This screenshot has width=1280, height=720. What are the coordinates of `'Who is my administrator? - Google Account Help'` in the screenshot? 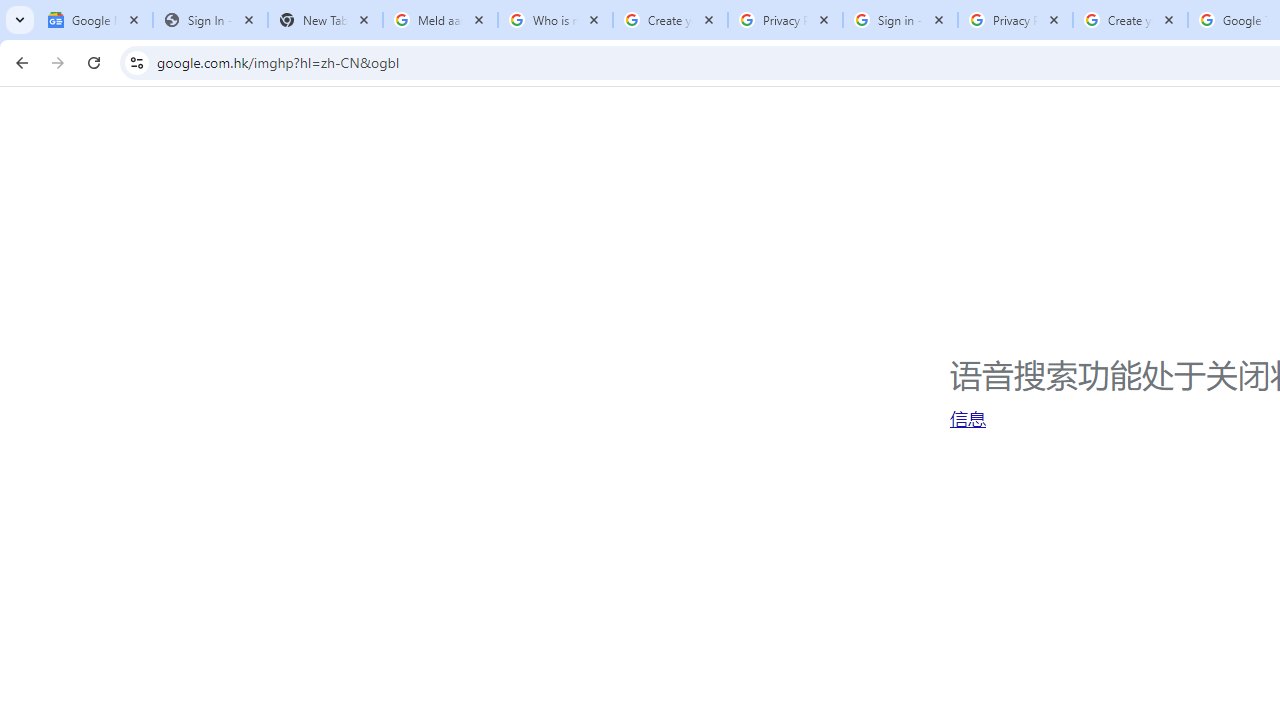 It's located at (555, 20).